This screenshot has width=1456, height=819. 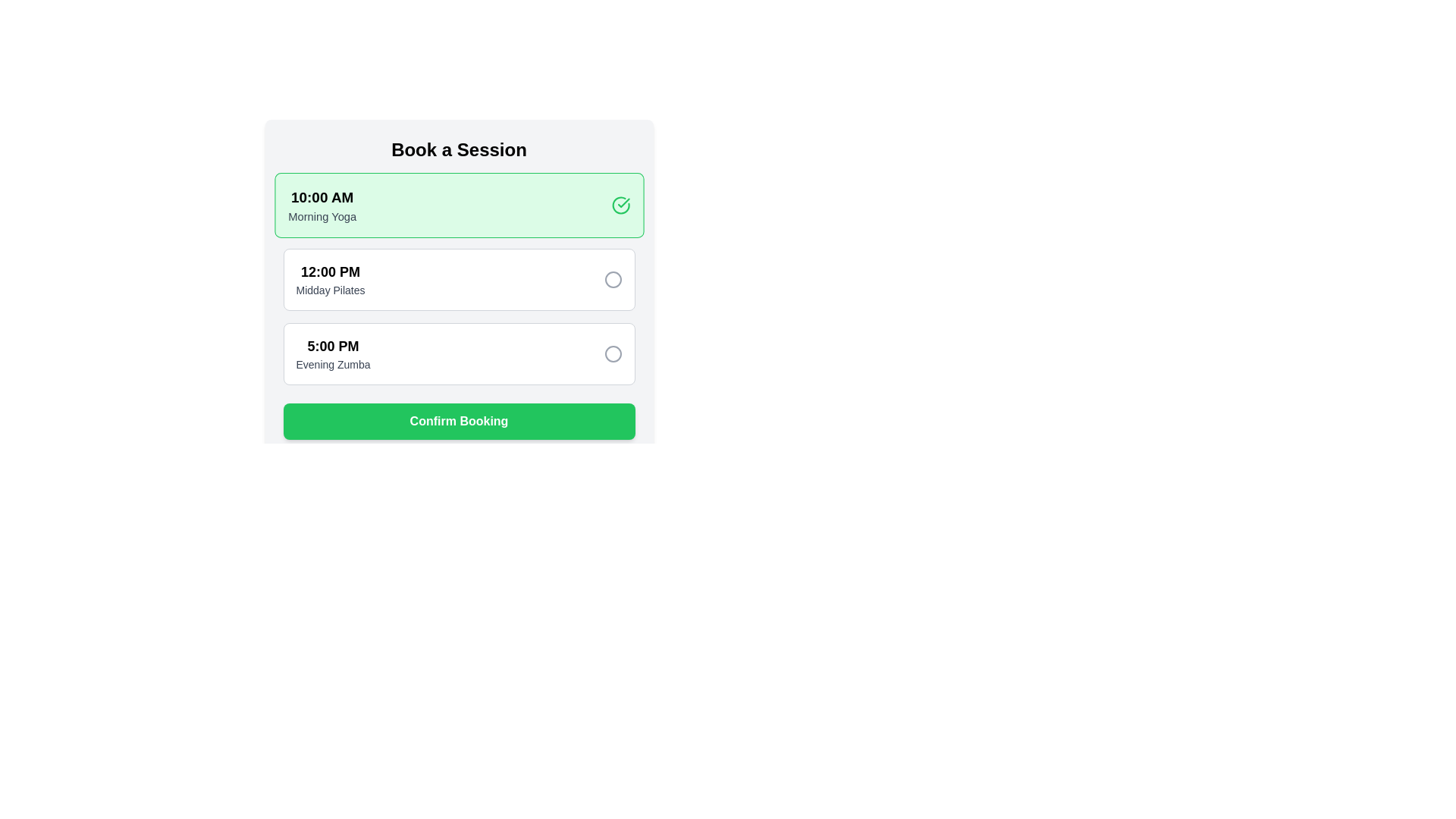 What do you see at coordinates (330, 290) in the screenshot?
I see `the text block describing the scheduled activity or session located below the '12:00 PM' text in the 'Book a Session' list for the second session option` at bounding box center [330, 290].